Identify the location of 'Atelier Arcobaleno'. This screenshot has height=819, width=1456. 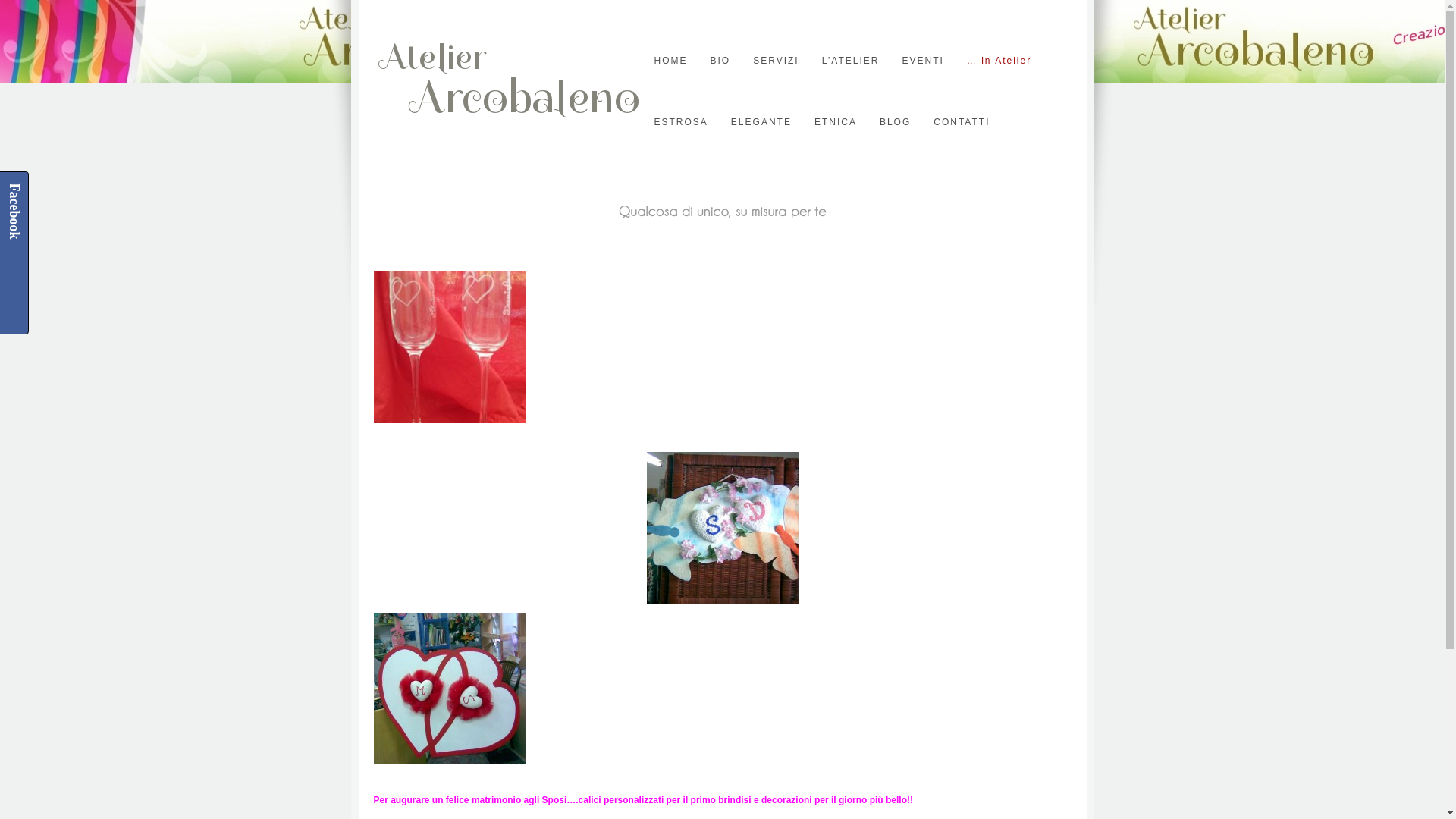
(372, 122).